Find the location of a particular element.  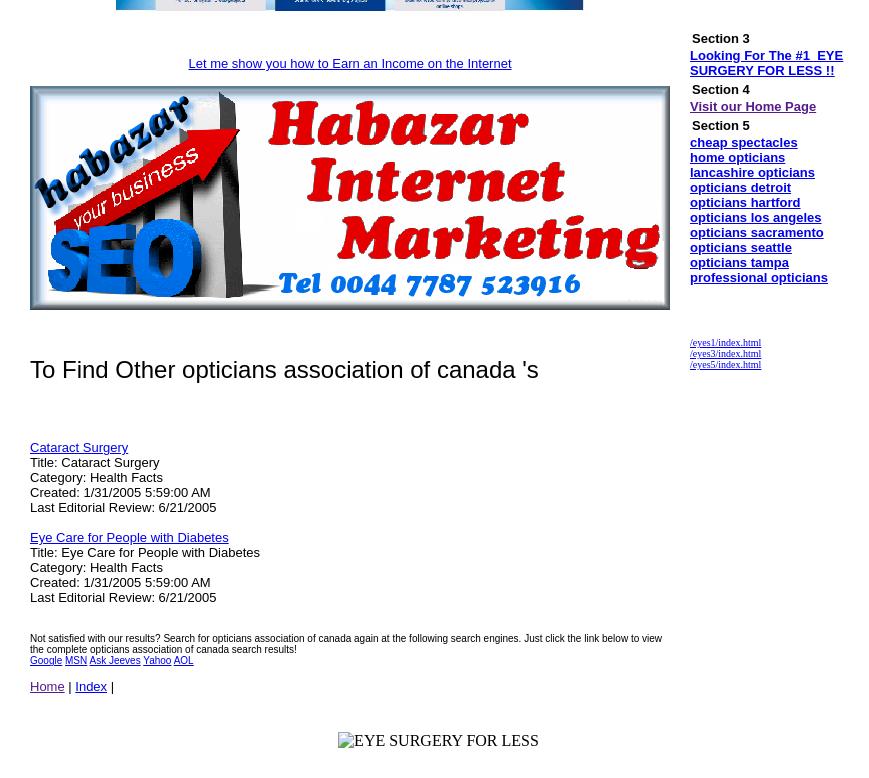

'MSN' is located at coordinates (75, 660).